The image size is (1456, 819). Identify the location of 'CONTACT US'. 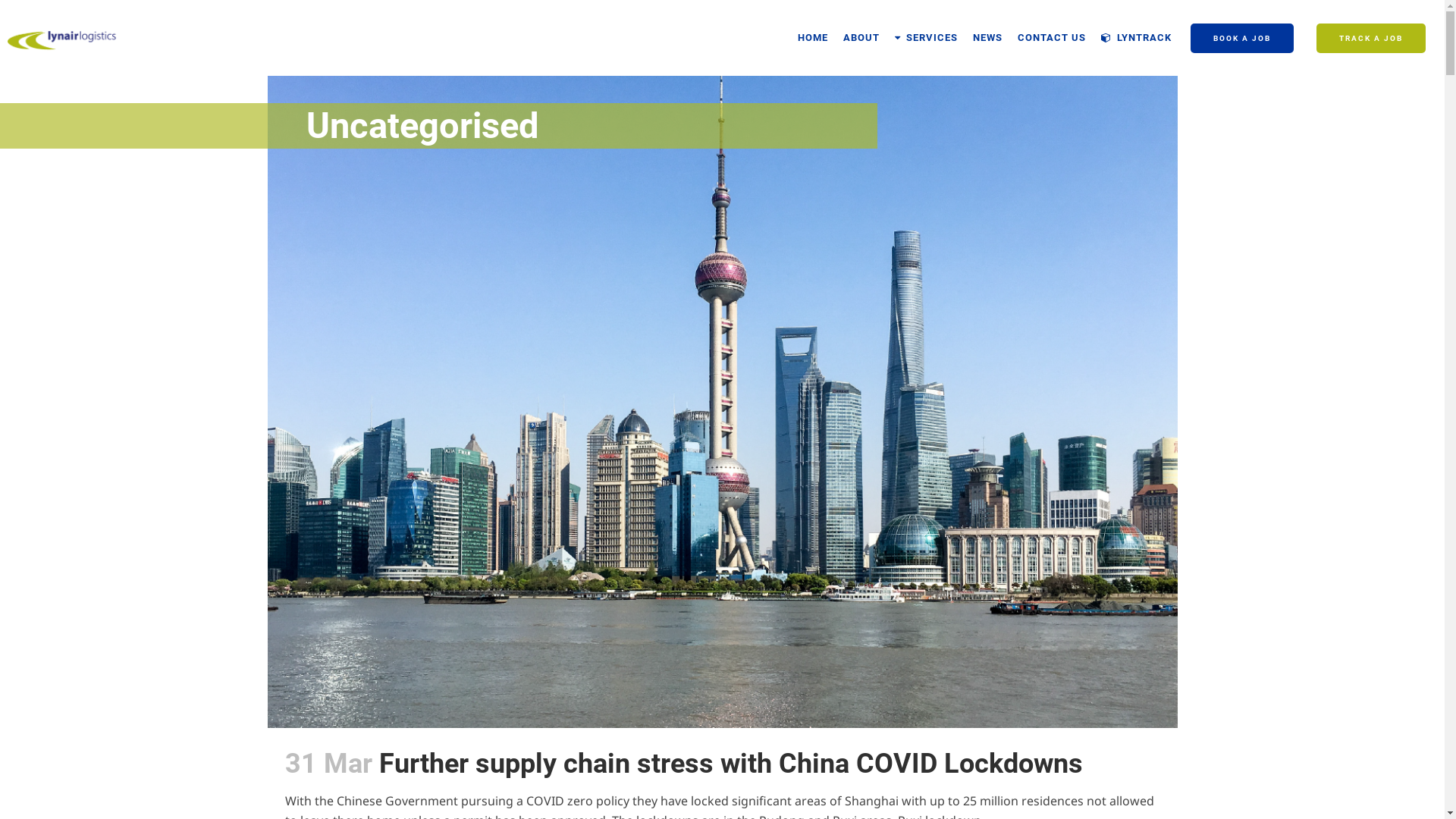
(1009, 37).